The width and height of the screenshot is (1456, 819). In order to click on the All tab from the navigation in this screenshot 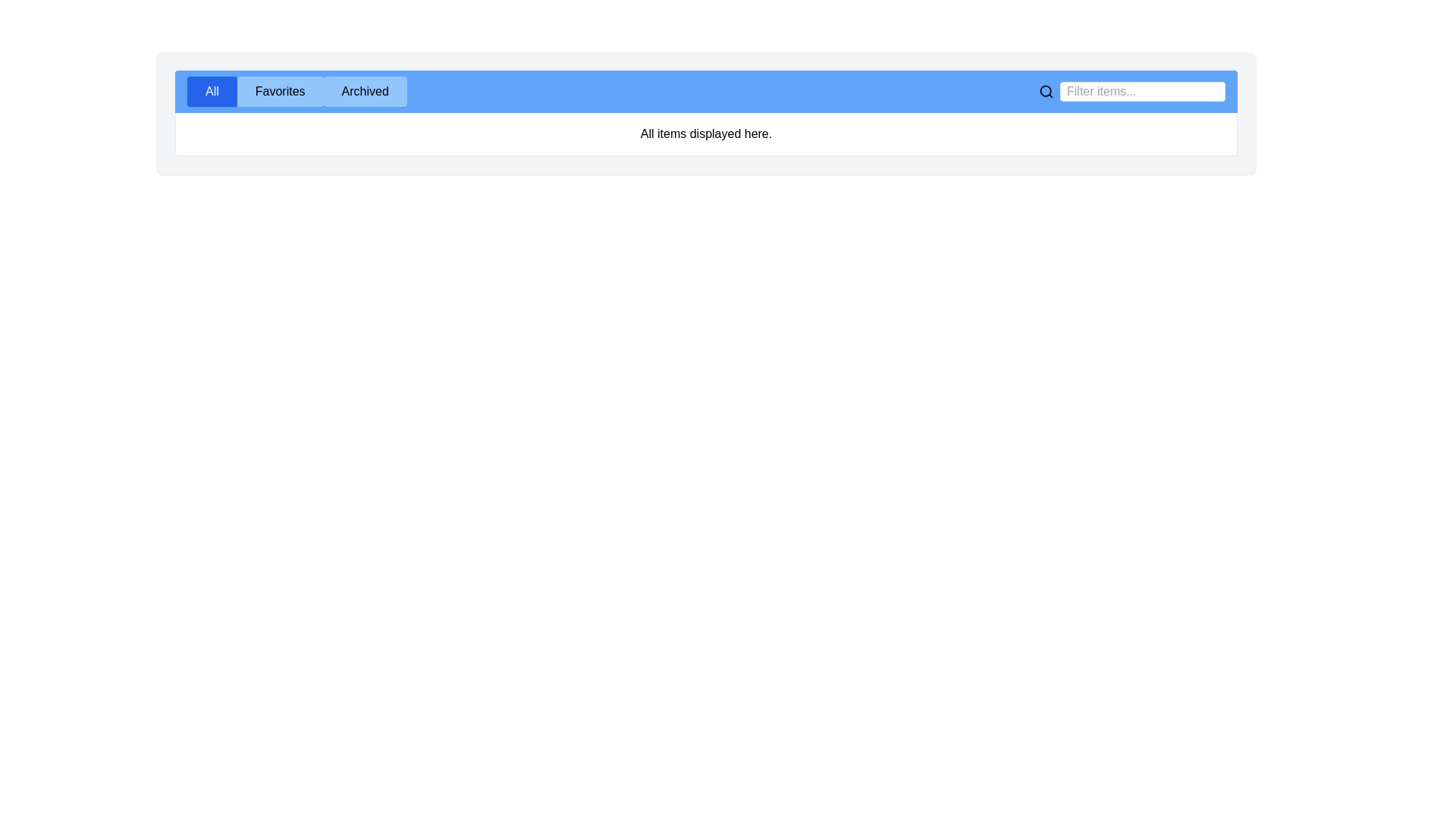, I will do `click(210, 91)`.